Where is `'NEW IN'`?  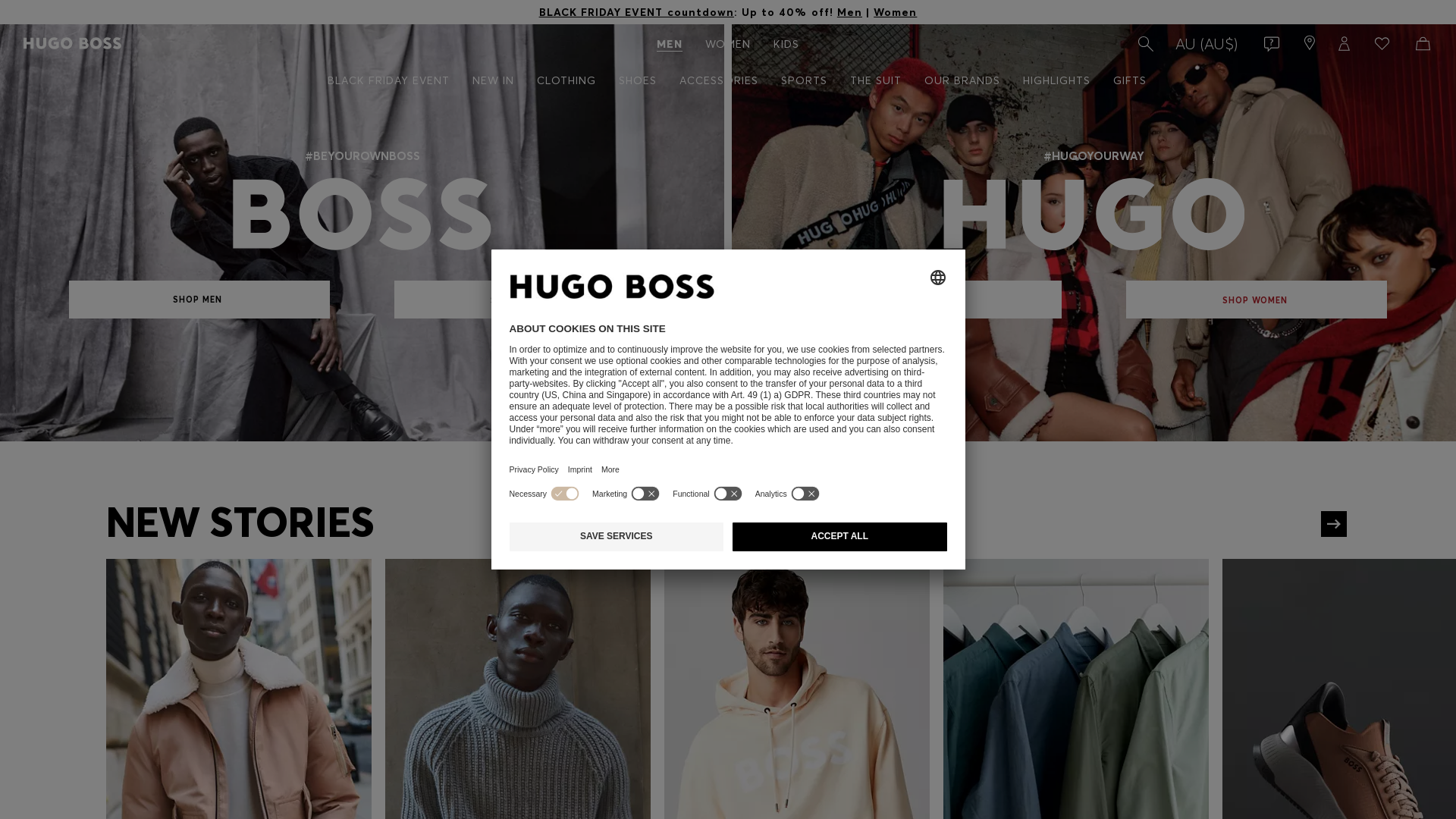 'NEW IN' is located at coordinates (493, 80).